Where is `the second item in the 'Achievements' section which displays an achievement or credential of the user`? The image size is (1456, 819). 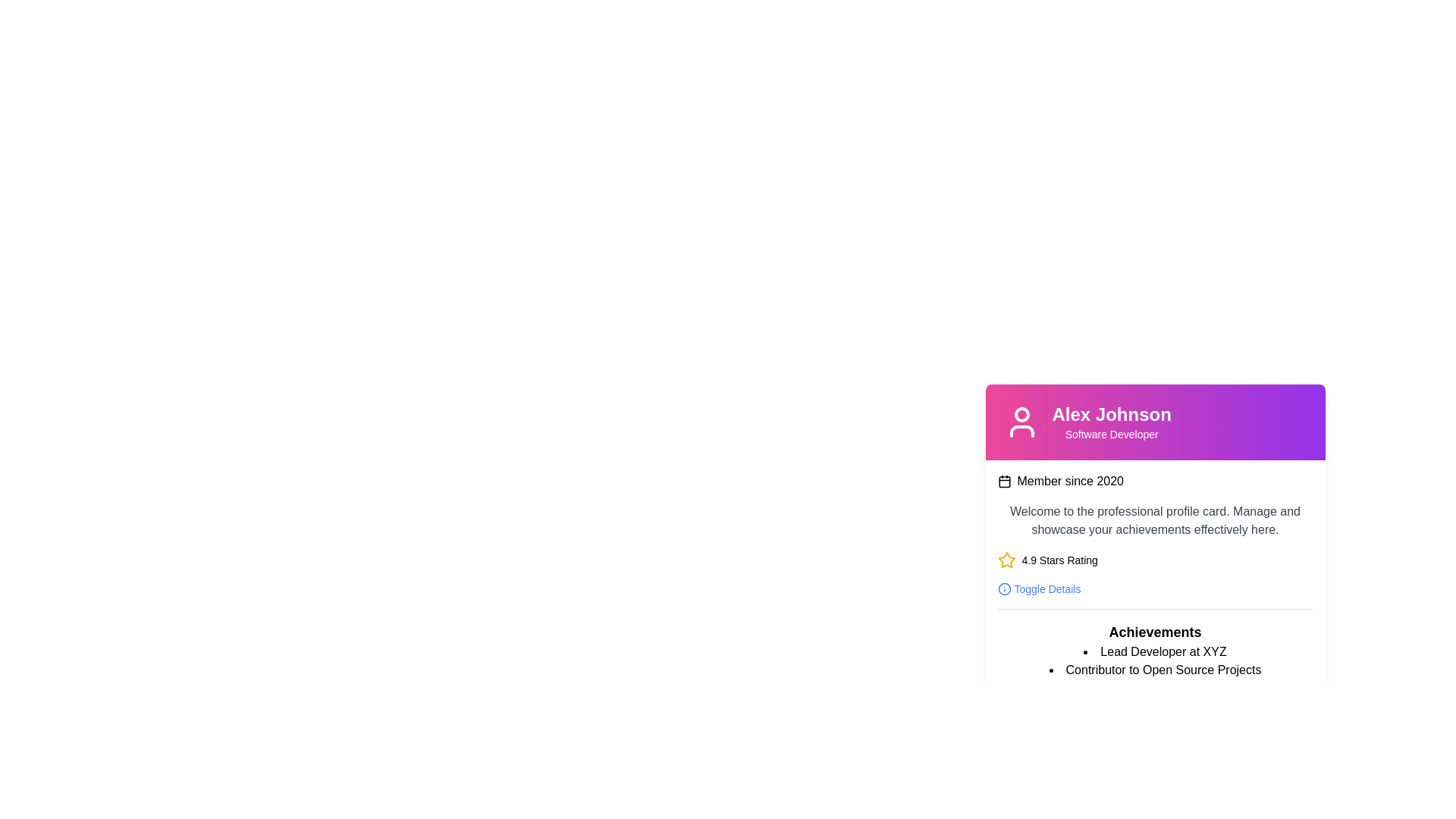 the second item in the 'Achievements' section which displays an achievement or credential of the user is located at coordinates (1154, 669).